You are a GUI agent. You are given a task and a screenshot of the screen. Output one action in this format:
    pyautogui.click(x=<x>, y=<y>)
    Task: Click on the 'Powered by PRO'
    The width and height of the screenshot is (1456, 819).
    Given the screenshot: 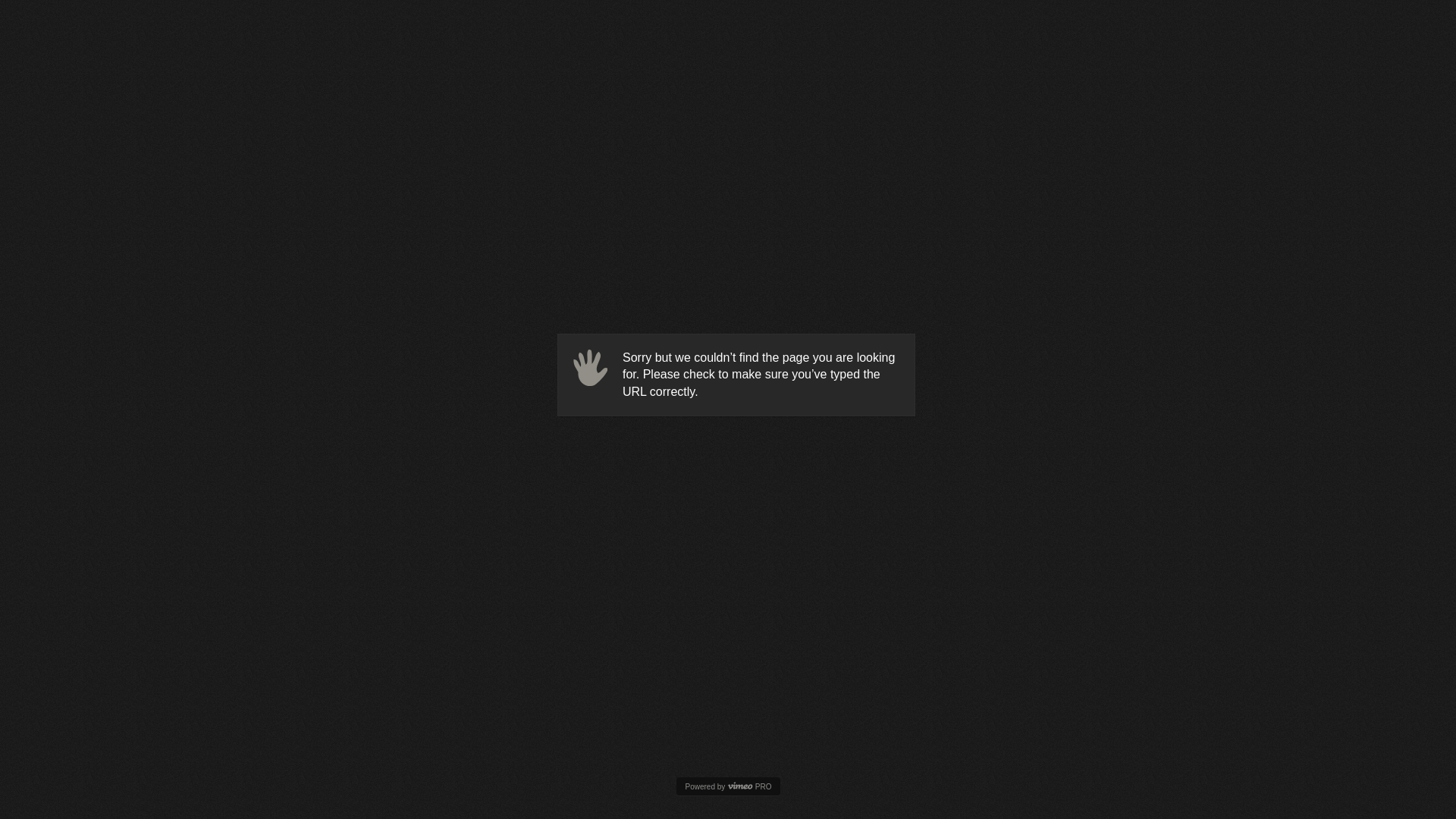 What is the action you would take?
    pyautogui.click(x=728, y=786)
    